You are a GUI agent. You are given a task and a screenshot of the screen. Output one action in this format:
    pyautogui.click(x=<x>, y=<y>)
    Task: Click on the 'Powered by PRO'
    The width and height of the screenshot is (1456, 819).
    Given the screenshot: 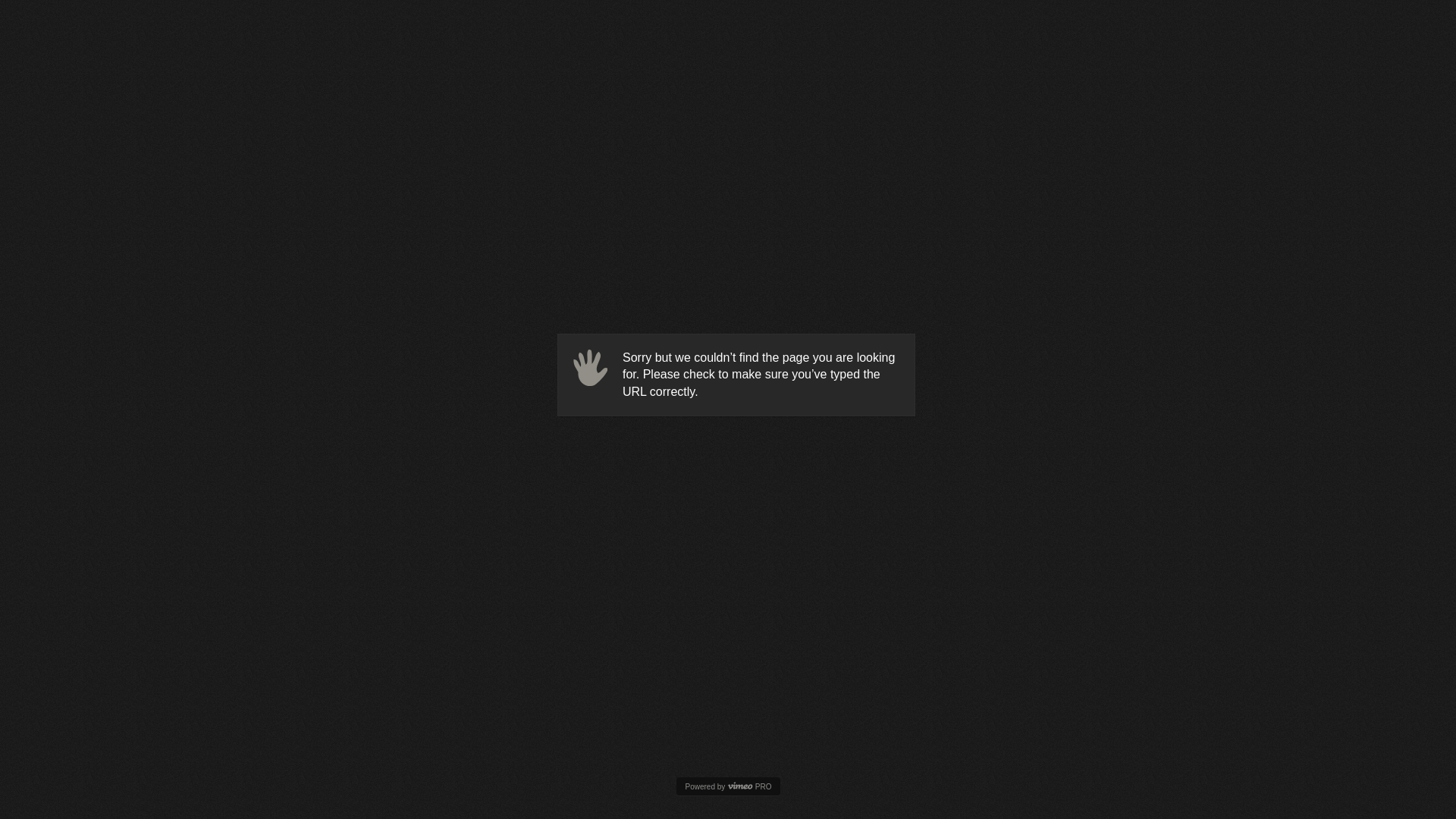 What is the action you would take?
    pyautogui.click(x=728, y=786)
    